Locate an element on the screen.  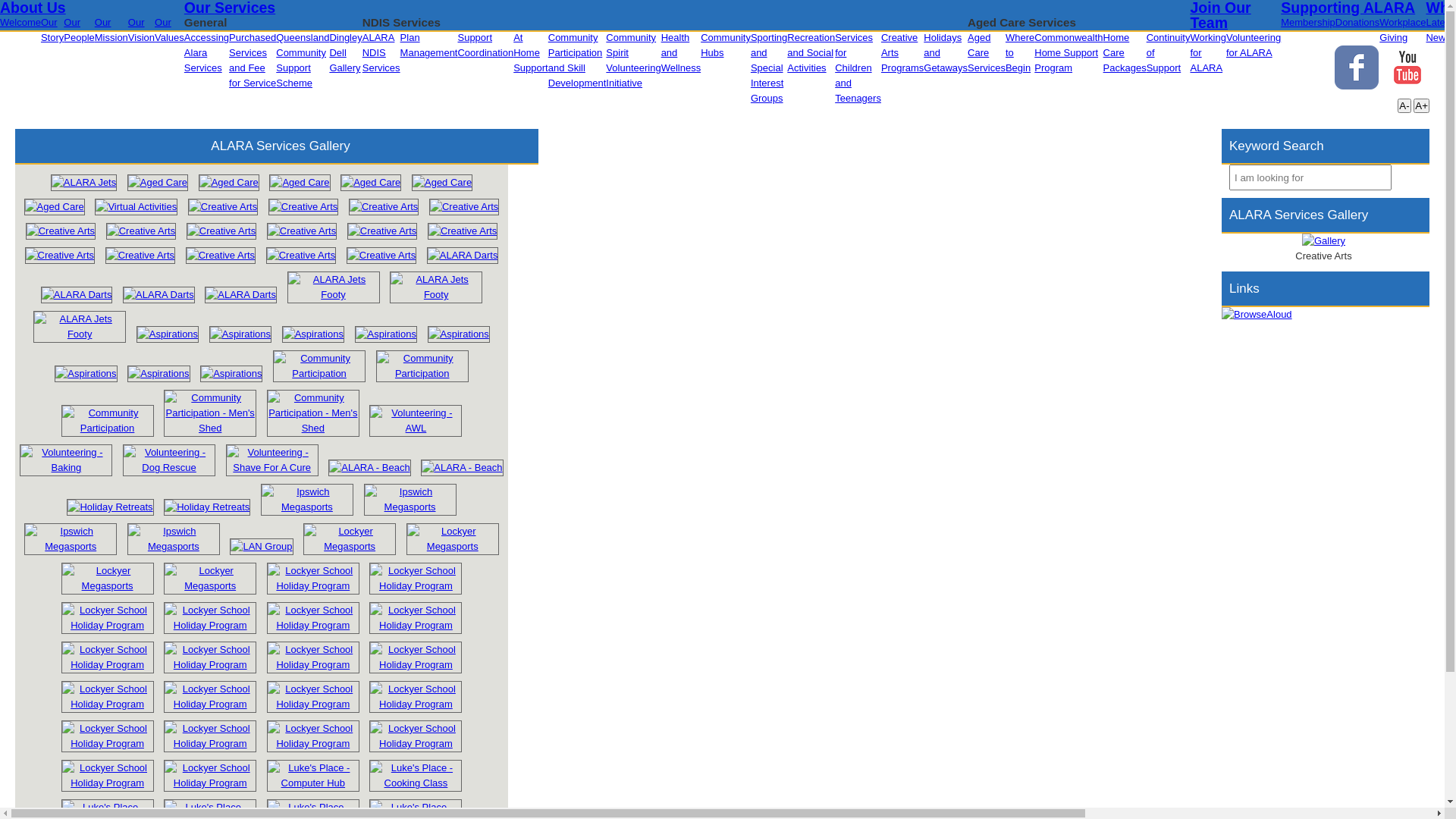
'Volunteering - Dog Rescue' is located at coordinates (168, 466).